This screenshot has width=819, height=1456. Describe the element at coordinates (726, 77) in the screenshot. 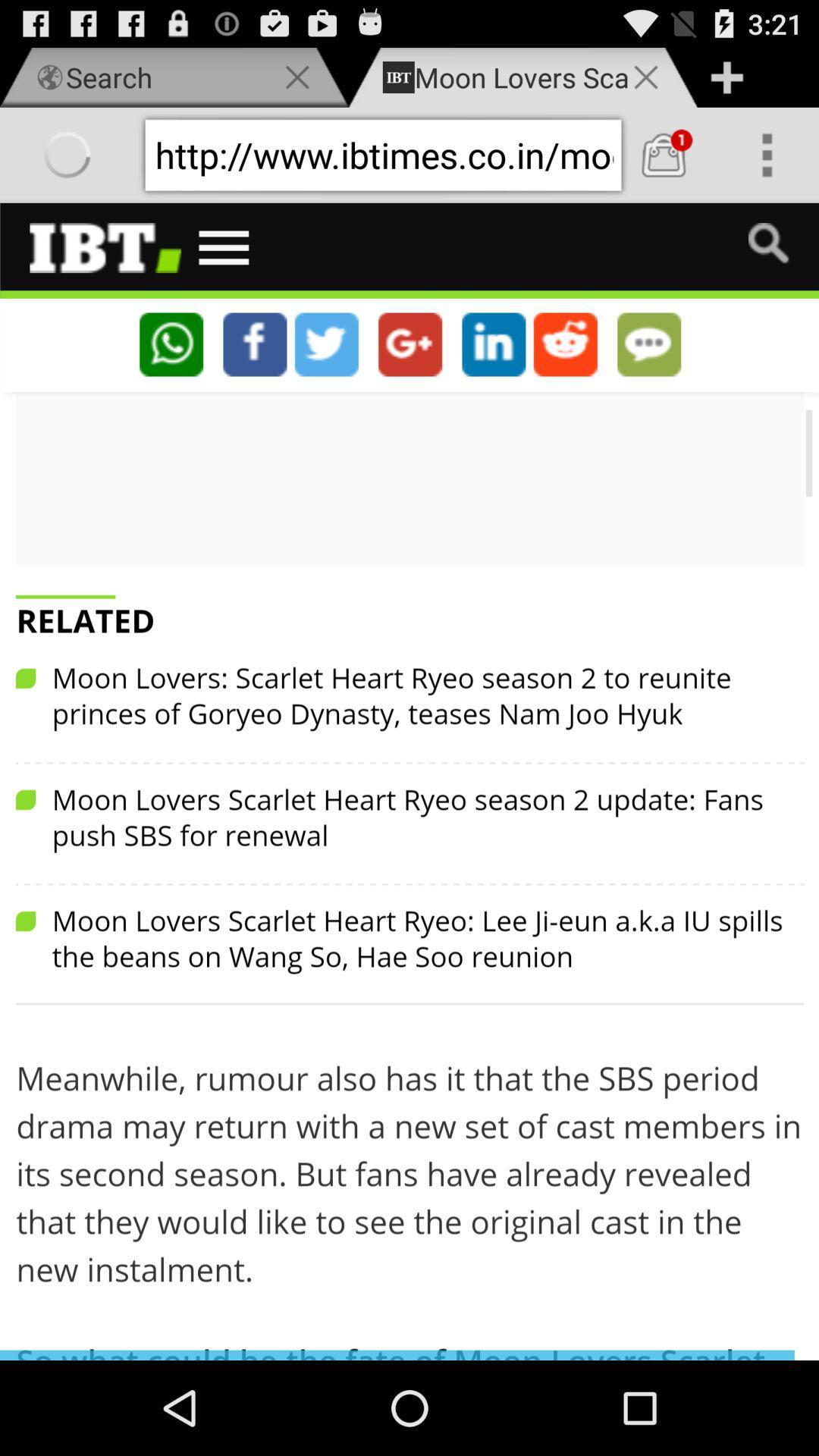

I see `new tab` at that location.